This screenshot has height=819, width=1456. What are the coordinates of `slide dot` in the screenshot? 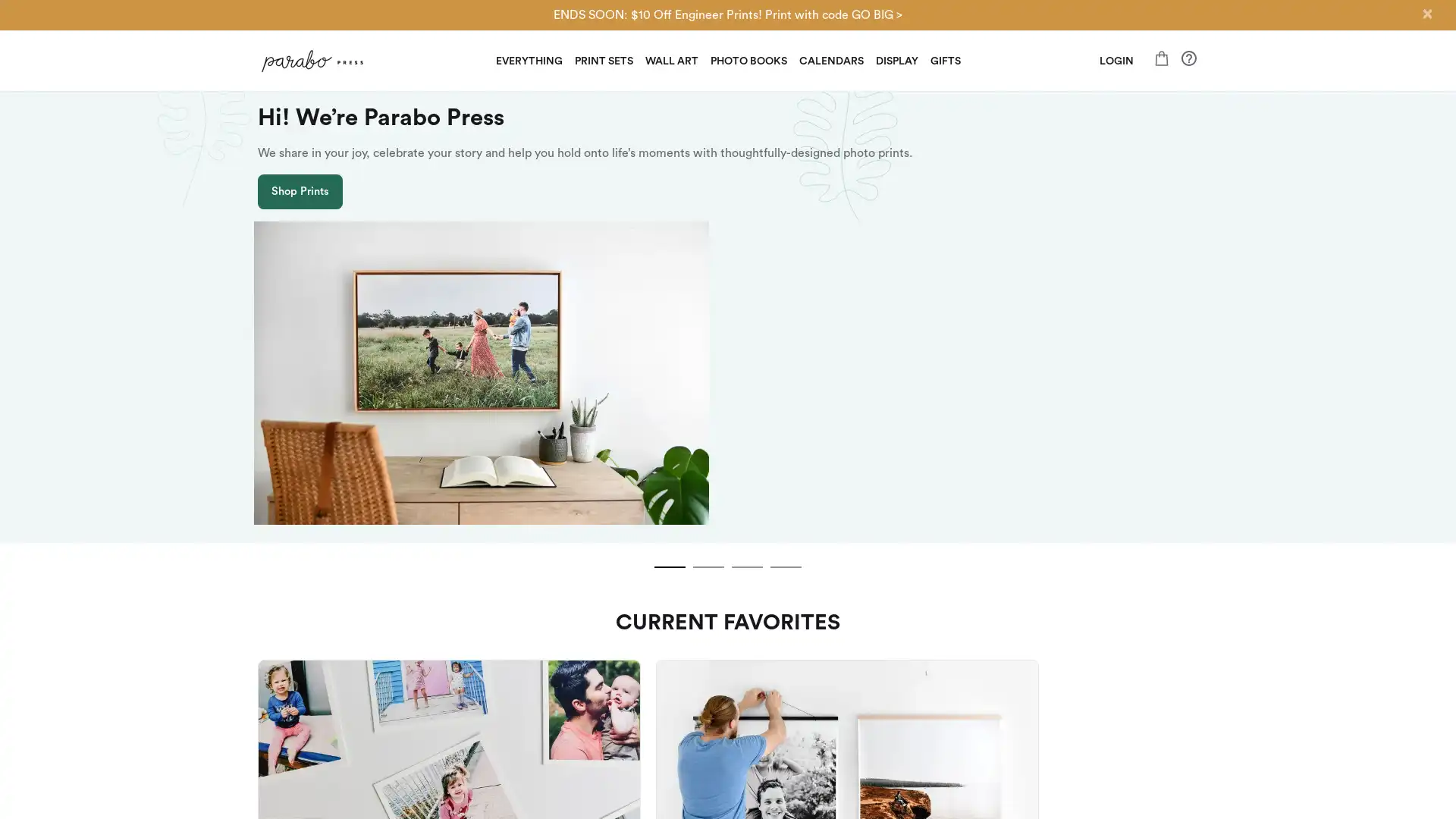 It's located at (795, 419).